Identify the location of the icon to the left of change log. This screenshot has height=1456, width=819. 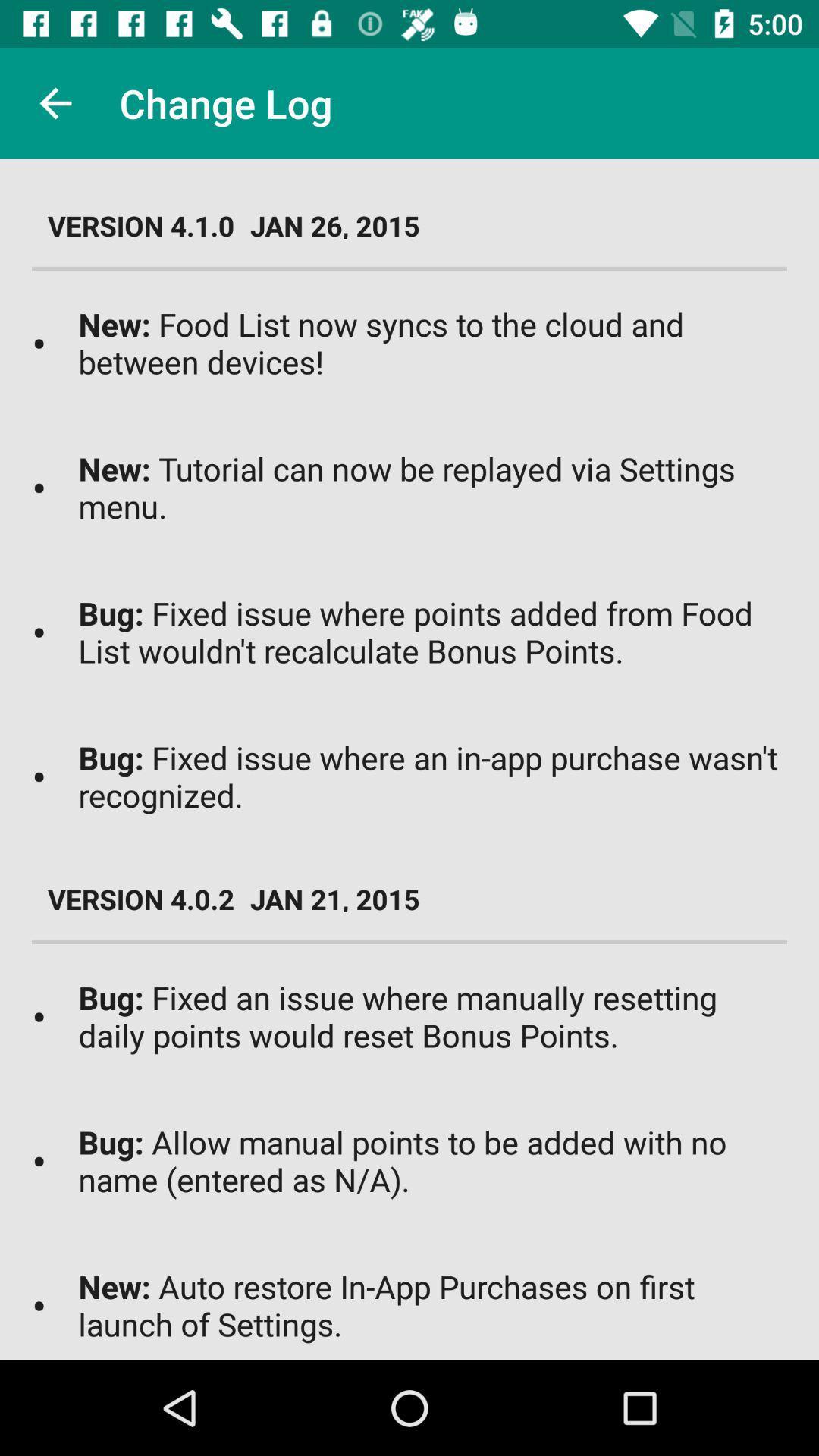
(55, 102).